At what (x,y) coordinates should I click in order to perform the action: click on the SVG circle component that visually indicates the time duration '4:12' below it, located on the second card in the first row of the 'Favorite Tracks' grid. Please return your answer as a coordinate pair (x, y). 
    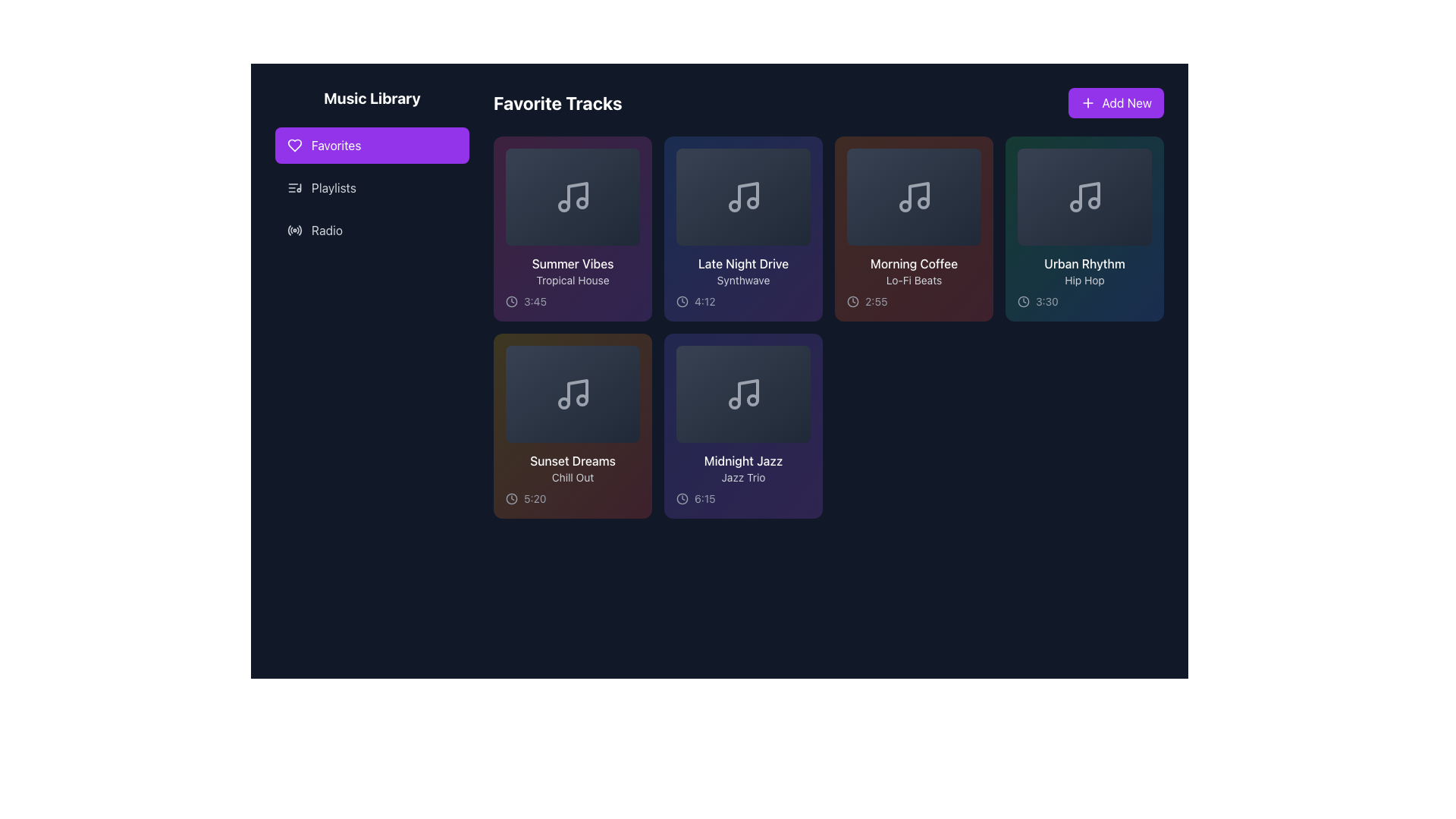
    Looking at the image, I should click on (682, 301).